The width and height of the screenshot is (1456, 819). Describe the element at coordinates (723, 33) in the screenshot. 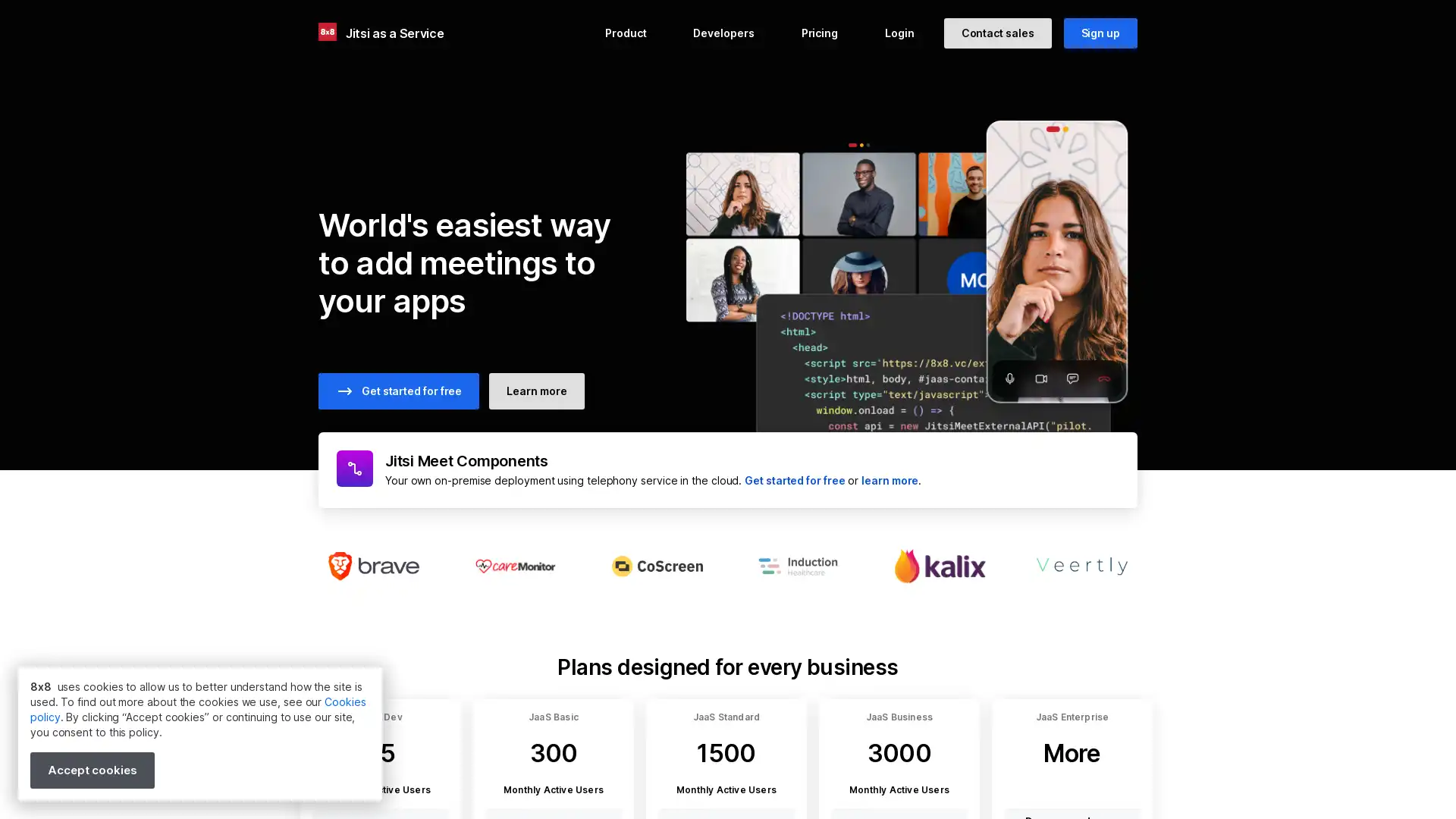

I see `Developers` at that location.